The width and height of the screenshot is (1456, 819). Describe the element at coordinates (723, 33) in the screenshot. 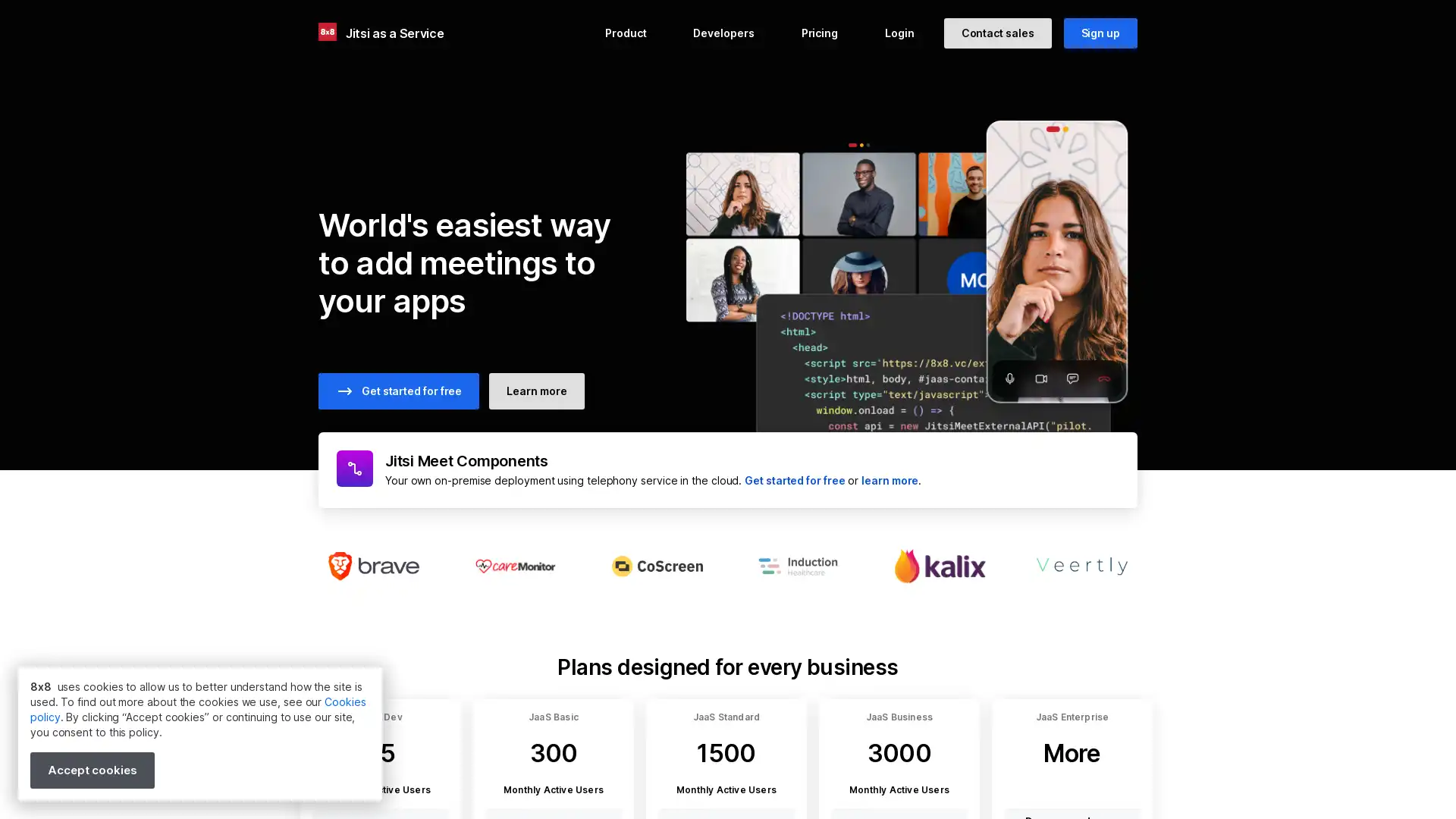

I see `Developers` at that location.